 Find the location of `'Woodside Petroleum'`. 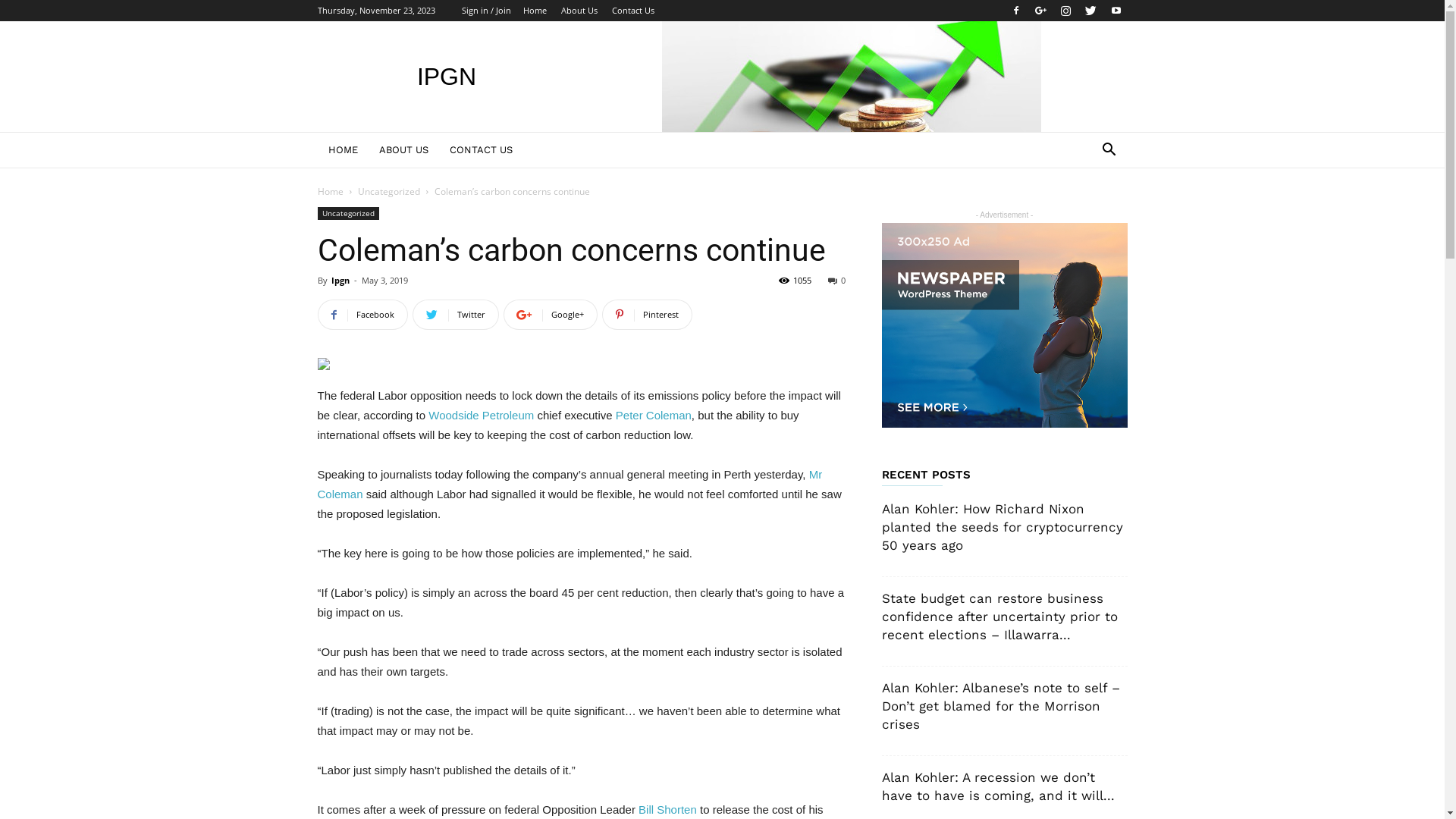

'Woodside Petroleum' is located at coordinates (480, 415).